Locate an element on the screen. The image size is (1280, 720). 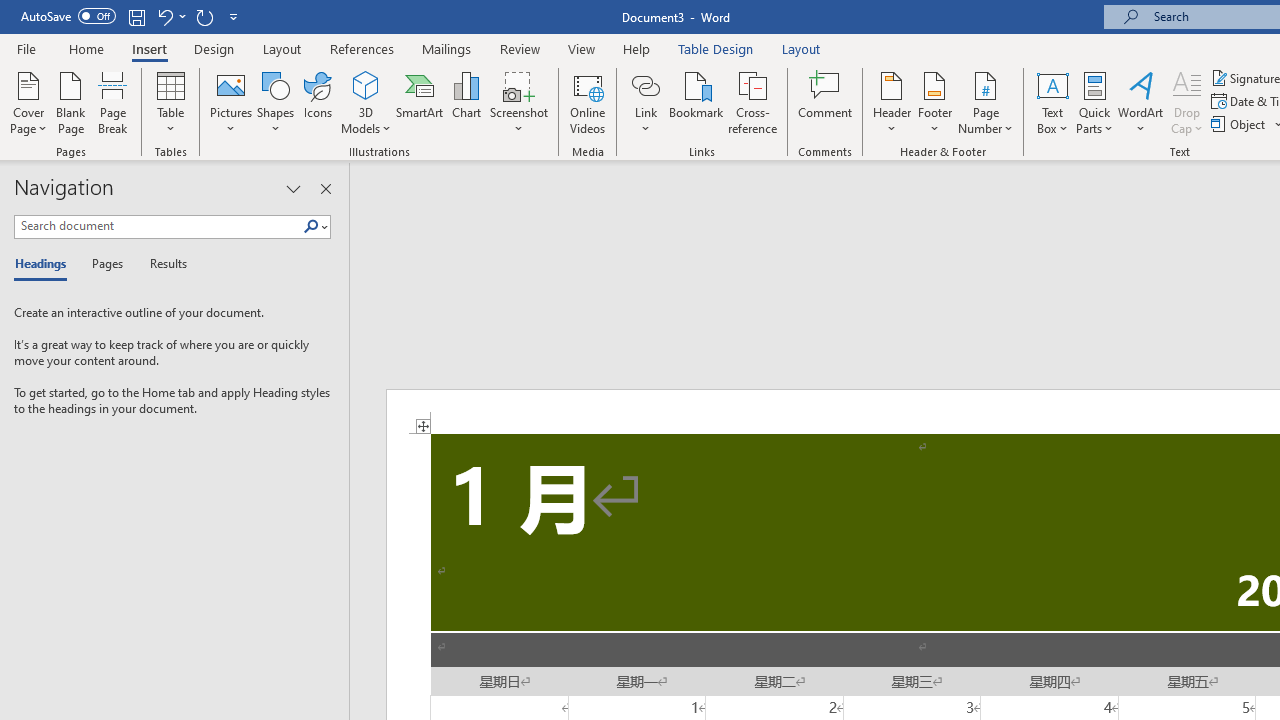
'Quick Parts' is located at coordinates (1094, 103).